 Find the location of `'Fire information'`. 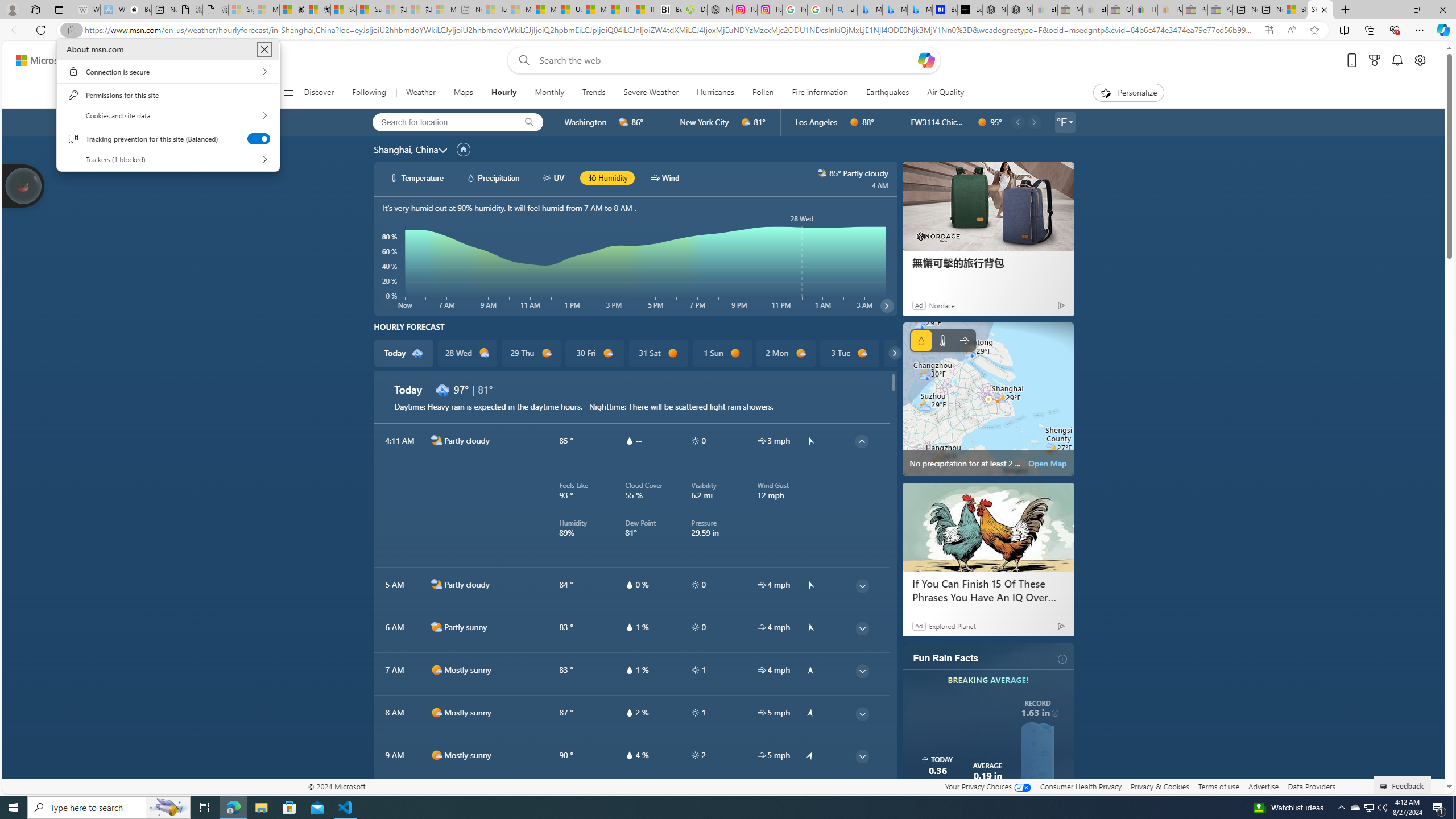

'Fire information' is located at coordinates (820, 92).